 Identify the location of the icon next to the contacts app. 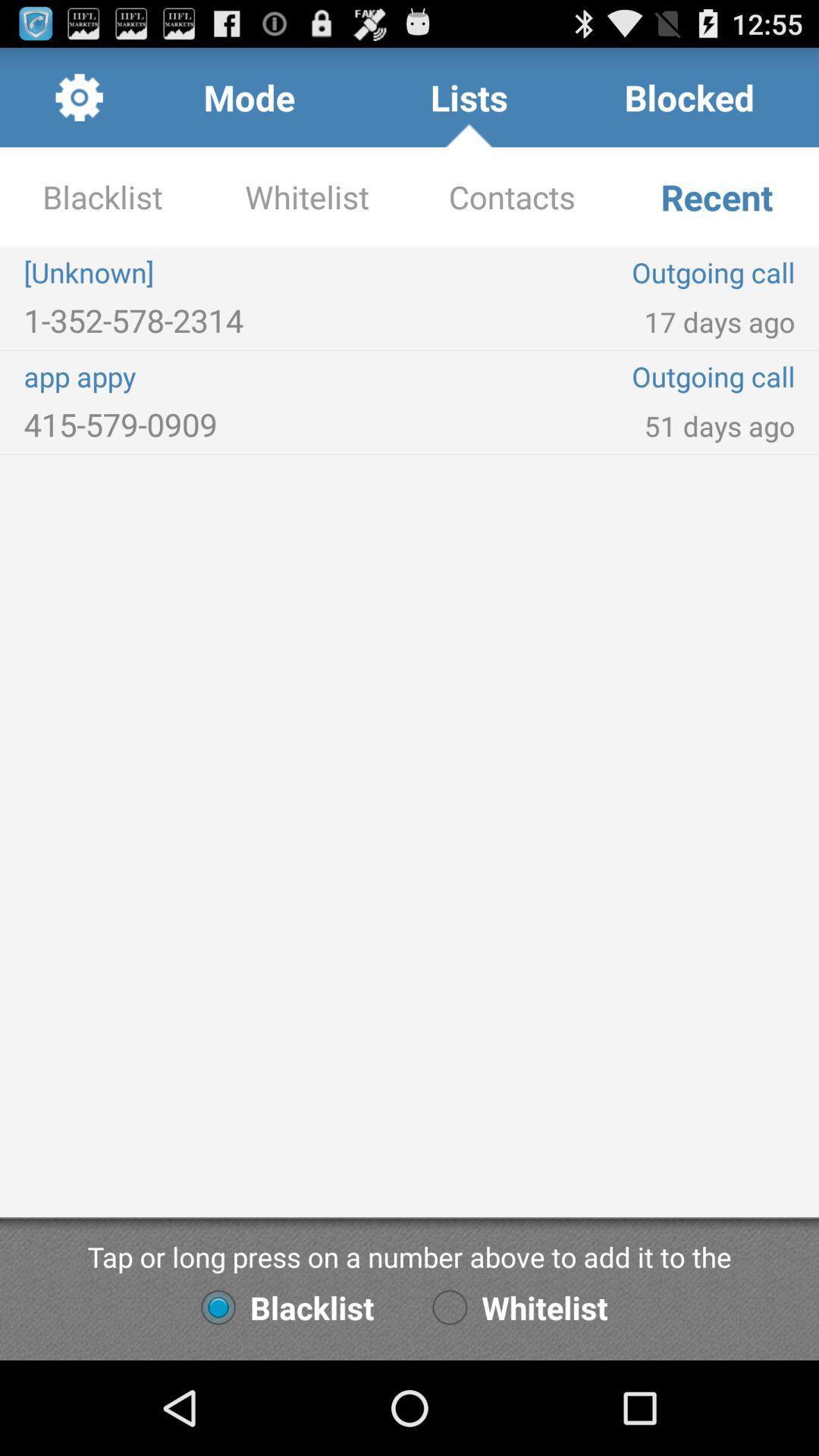
(216, 272).